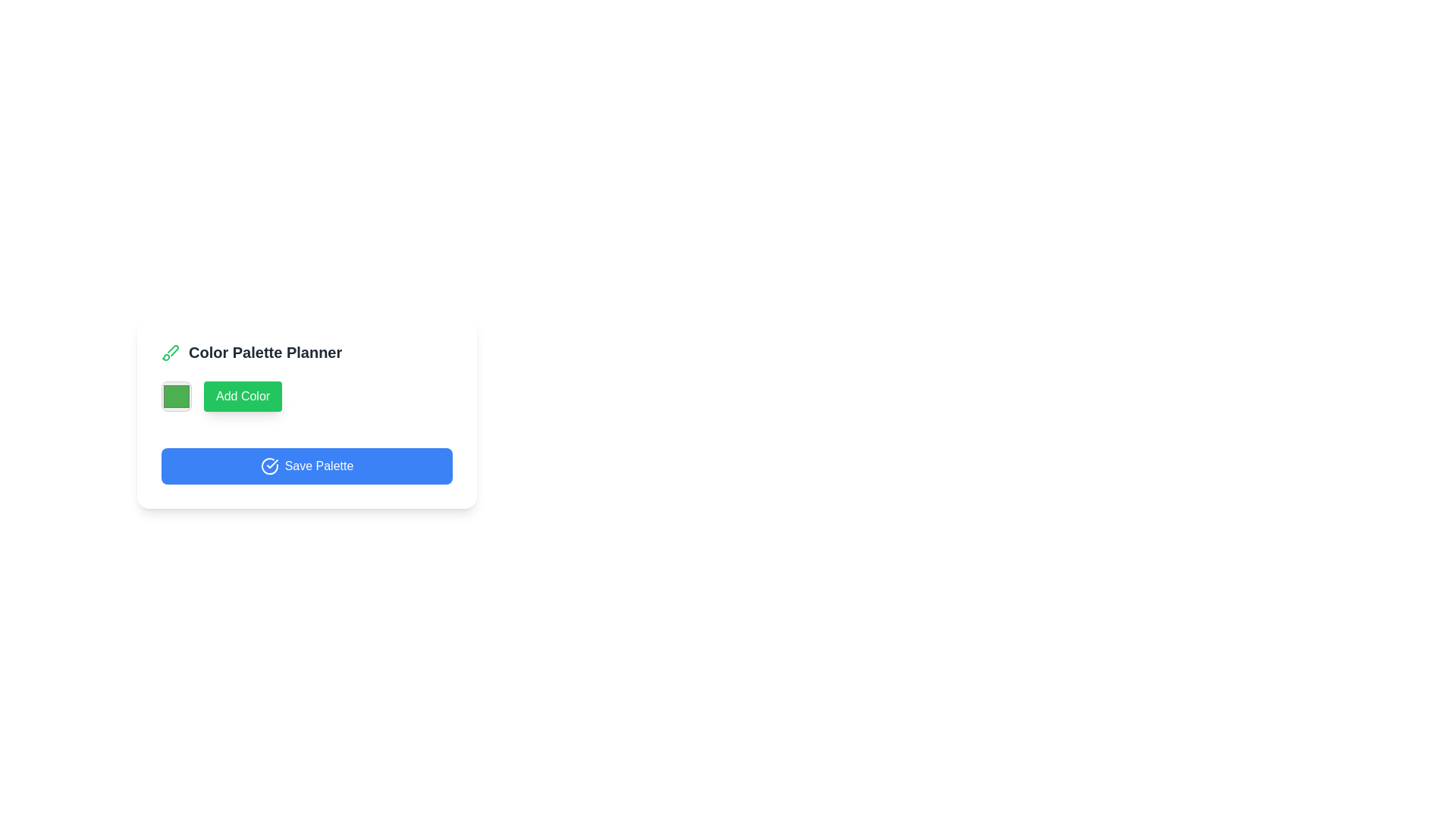  What do you see at coordinates (269, 465) in the screenshot?
I see `the circular check mark icon within the 'Save Palette' button for accessibility` at bounding box center [269, 465].